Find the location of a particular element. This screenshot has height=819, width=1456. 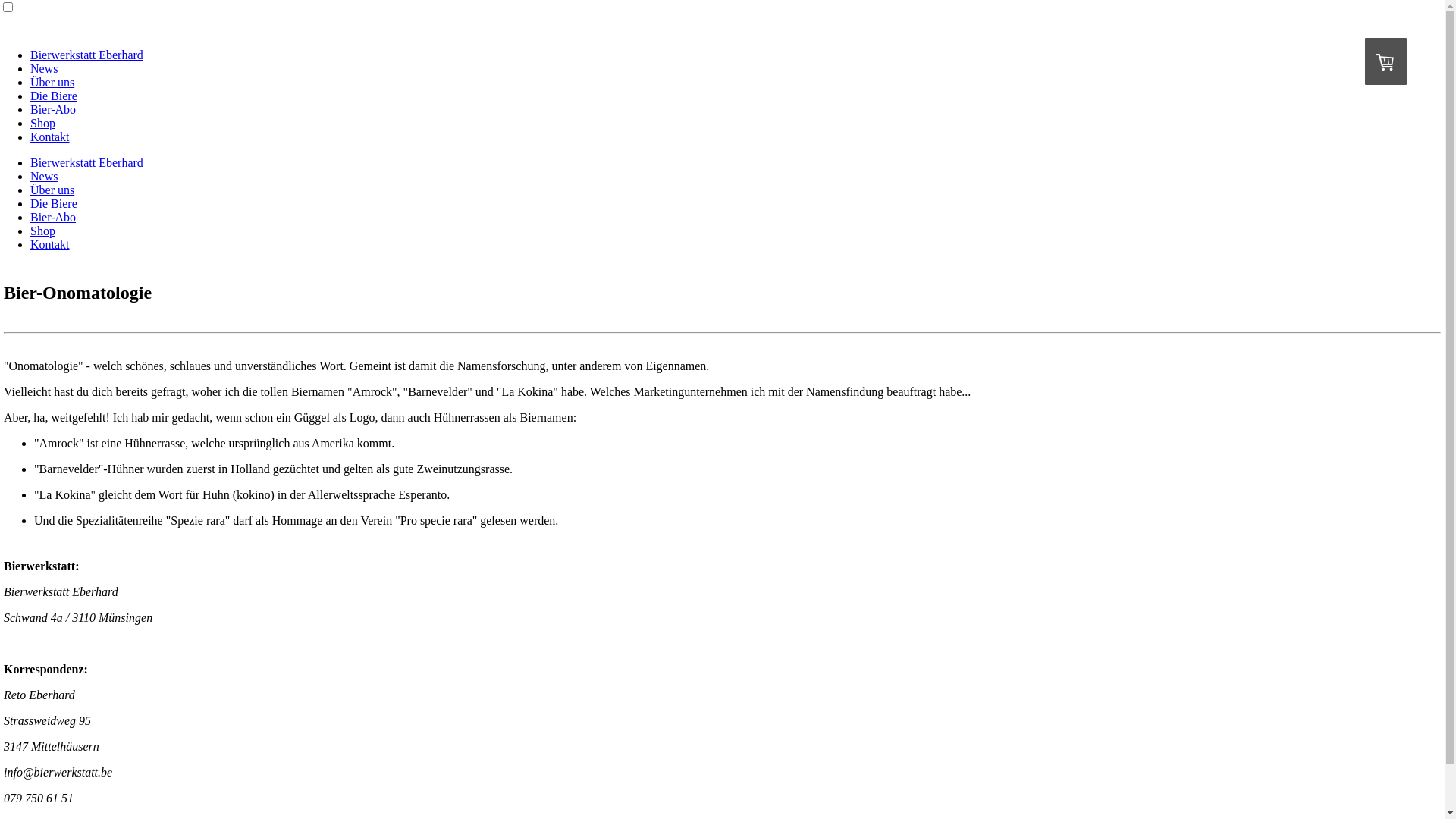

'Kontakt' is located at coordinates (50, 243).